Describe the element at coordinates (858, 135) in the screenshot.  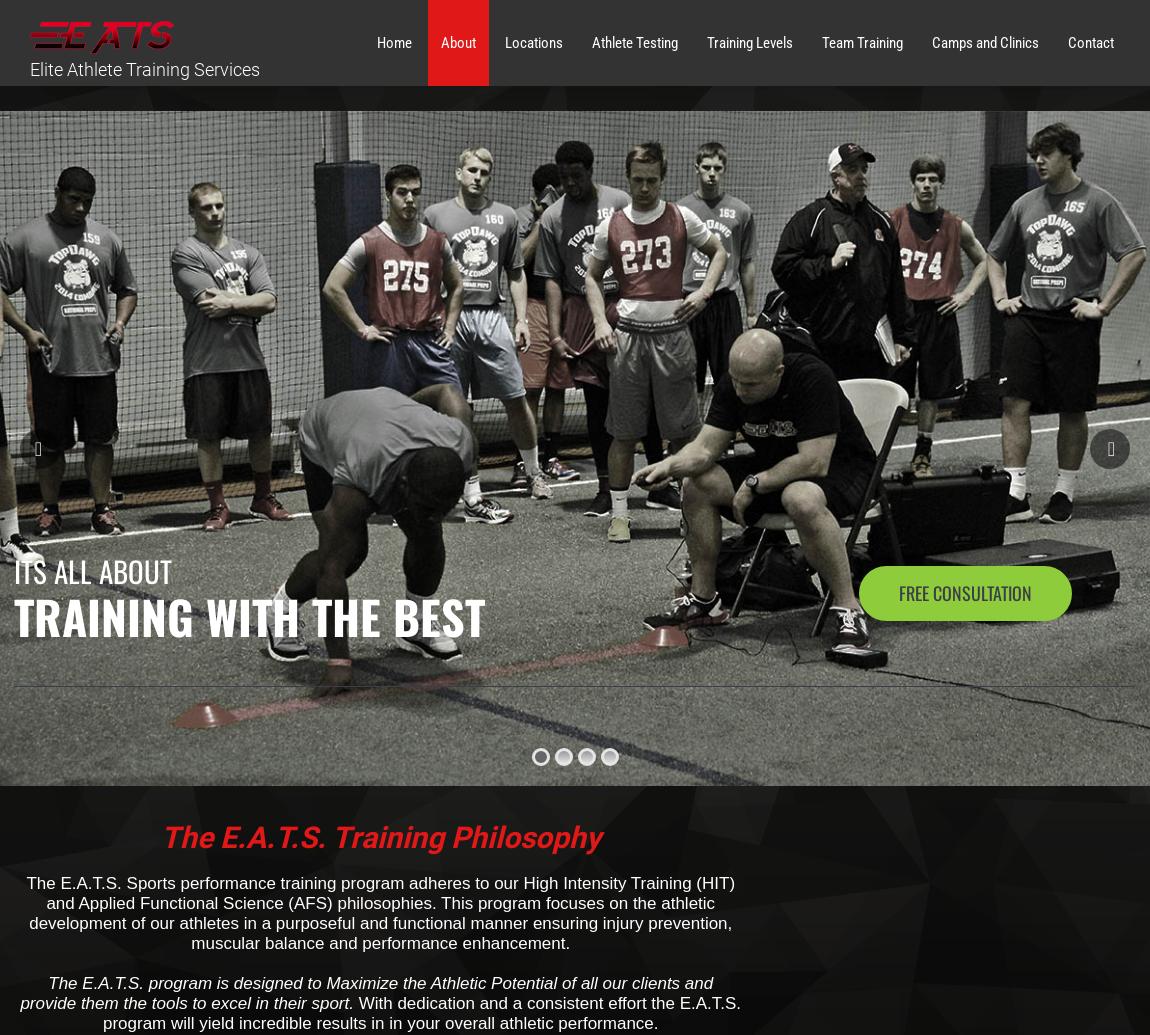
I see `'Category'` at that location.